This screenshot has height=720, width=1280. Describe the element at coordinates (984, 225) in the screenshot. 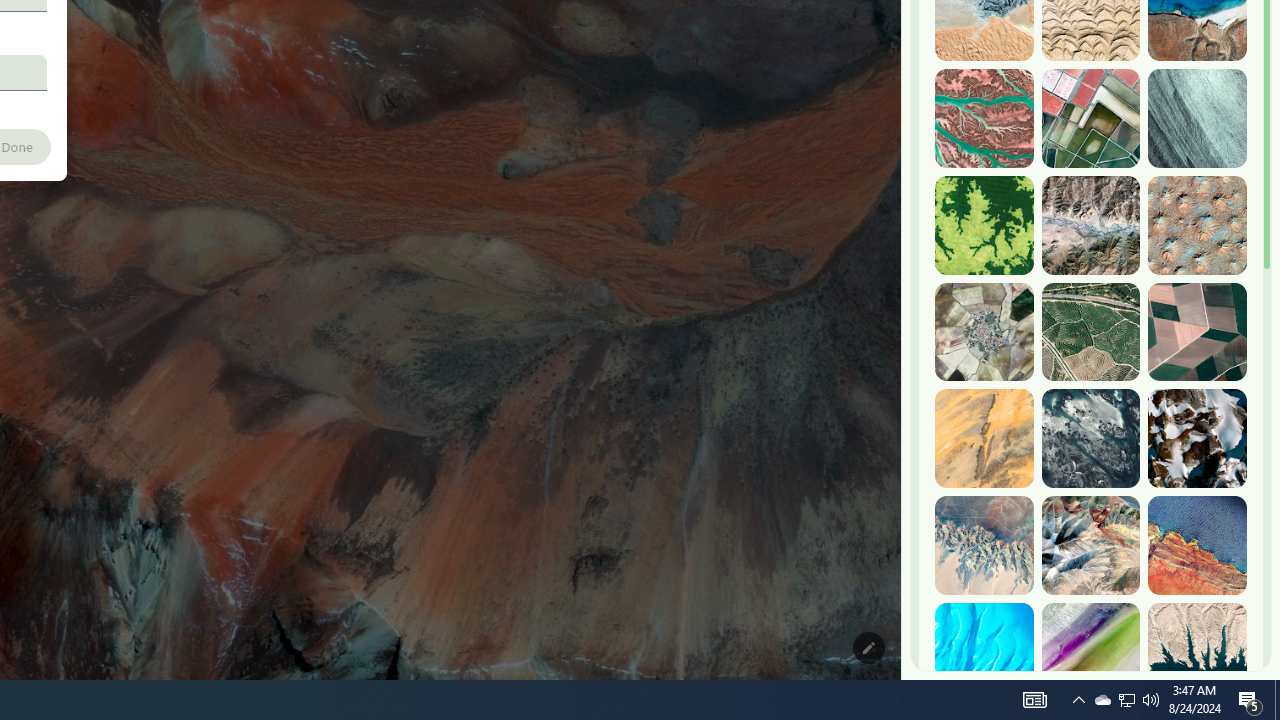

I see `'Dekese, DR Congo'` at that location.